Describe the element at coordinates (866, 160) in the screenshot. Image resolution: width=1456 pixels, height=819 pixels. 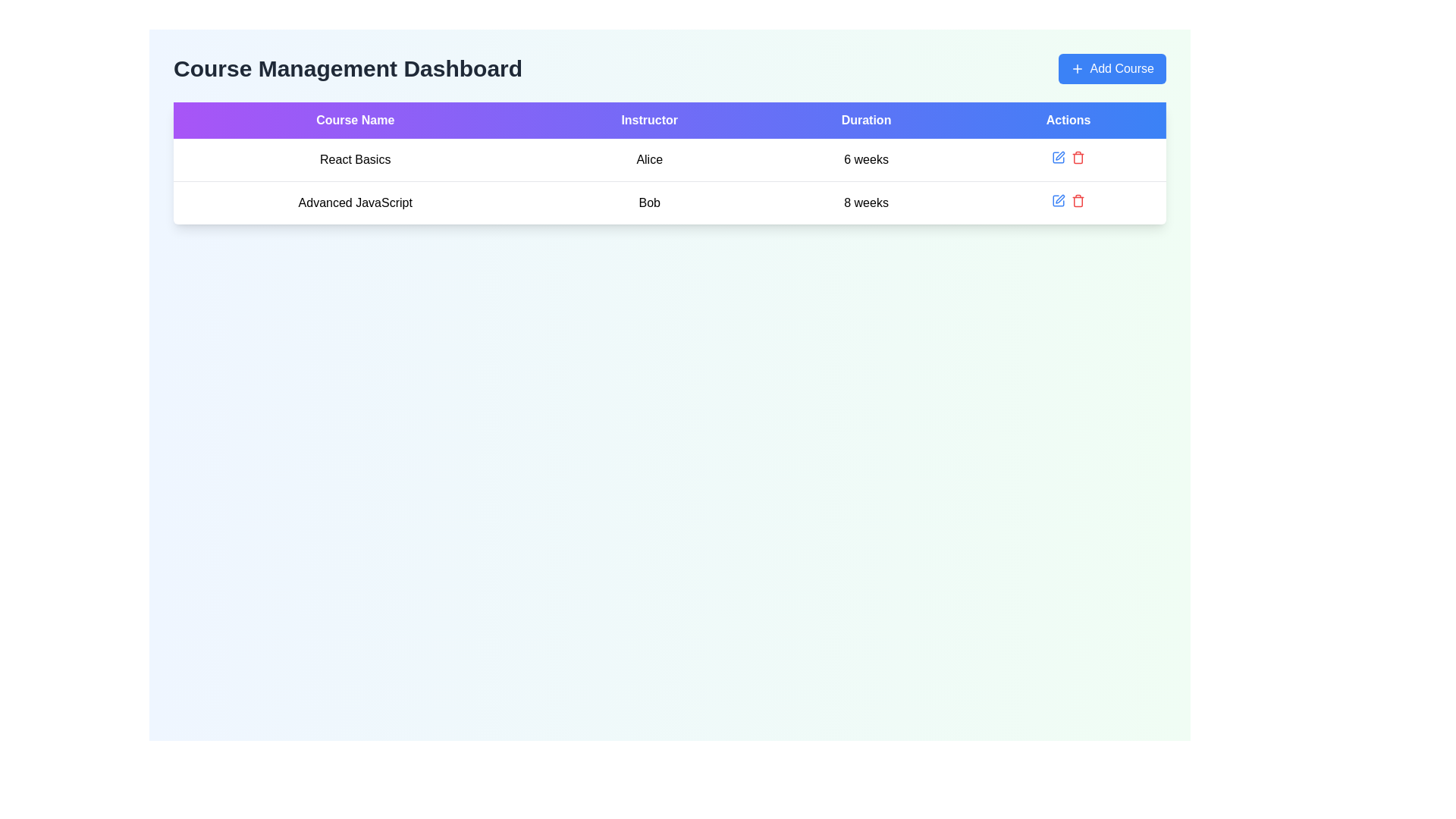
I see `the static text label displaying the duration of the course 'React Basics', located in the third column of the first row` at that location.